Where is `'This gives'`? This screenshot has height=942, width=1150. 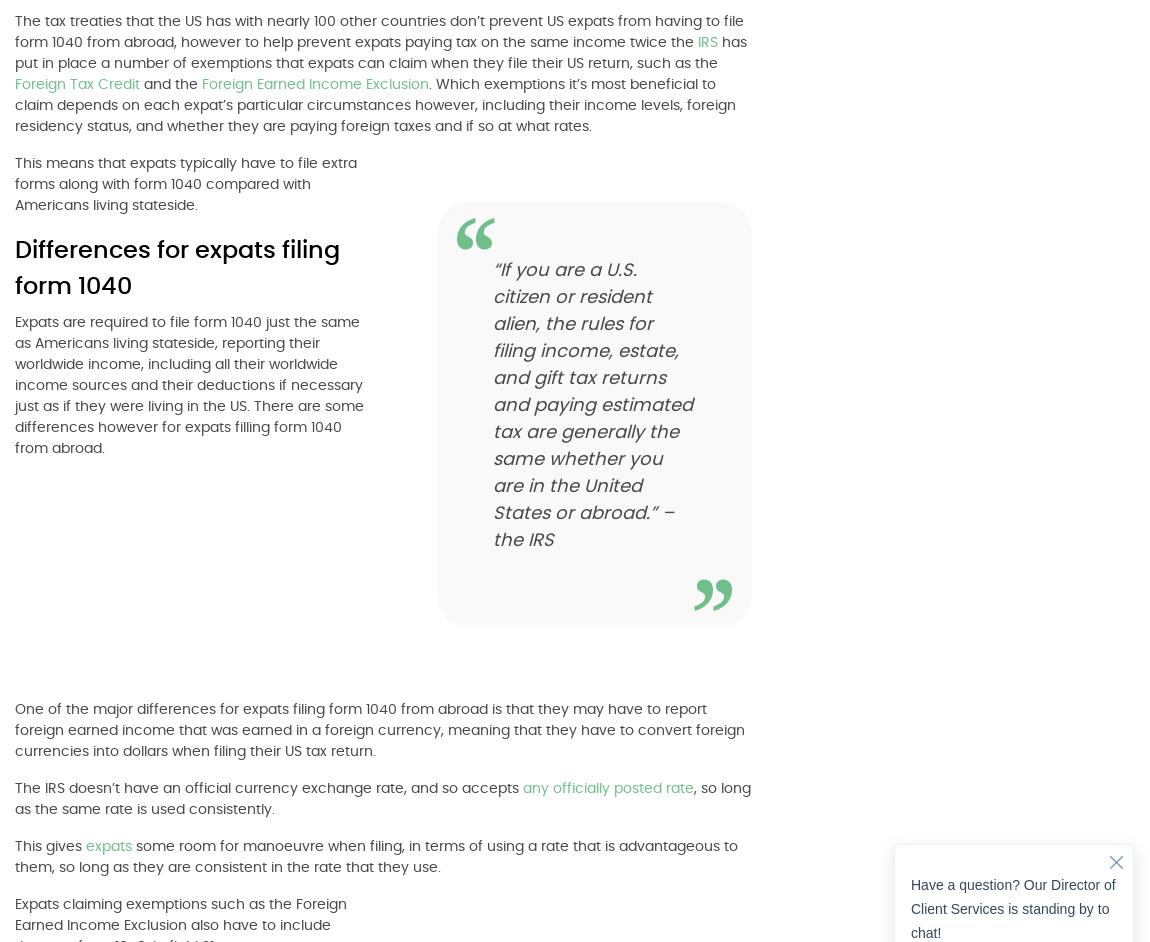 'This gives' is located at coordinates (49, 845).